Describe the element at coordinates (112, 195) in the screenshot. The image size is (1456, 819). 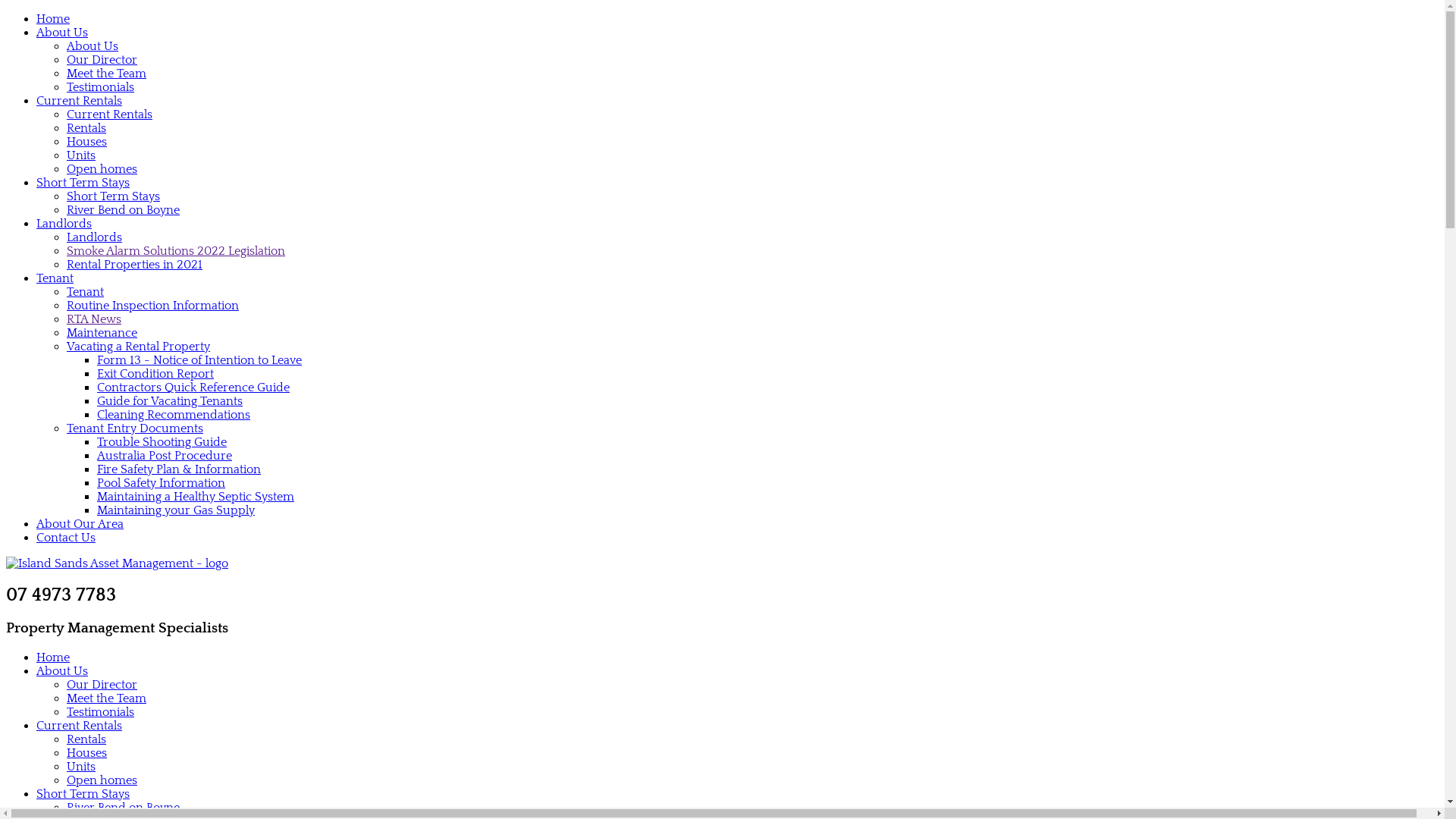
I see `'Short Term Stays'` at that location.